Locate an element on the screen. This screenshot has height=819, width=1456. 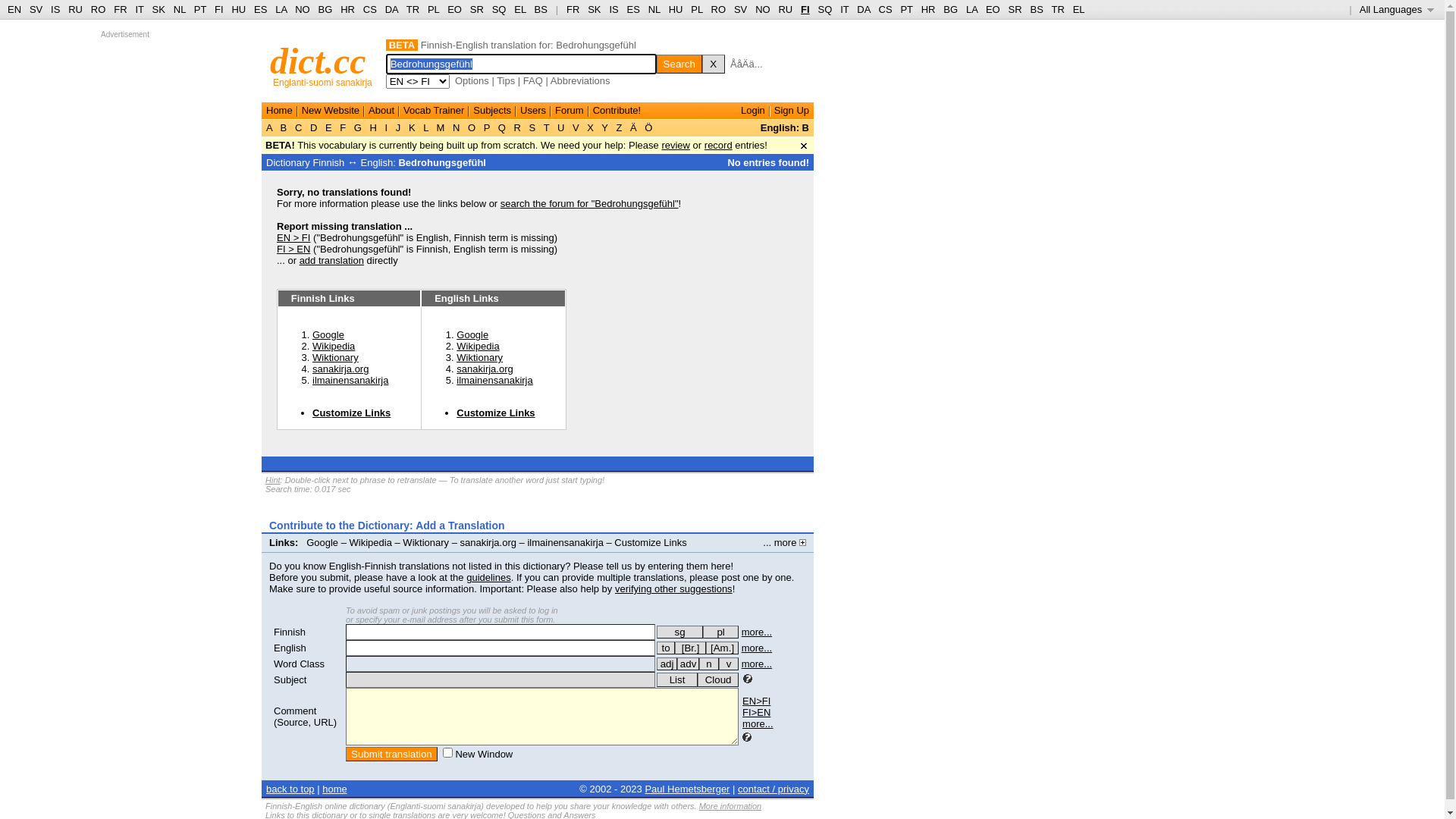
'to' is located at coordinates (656, 648).